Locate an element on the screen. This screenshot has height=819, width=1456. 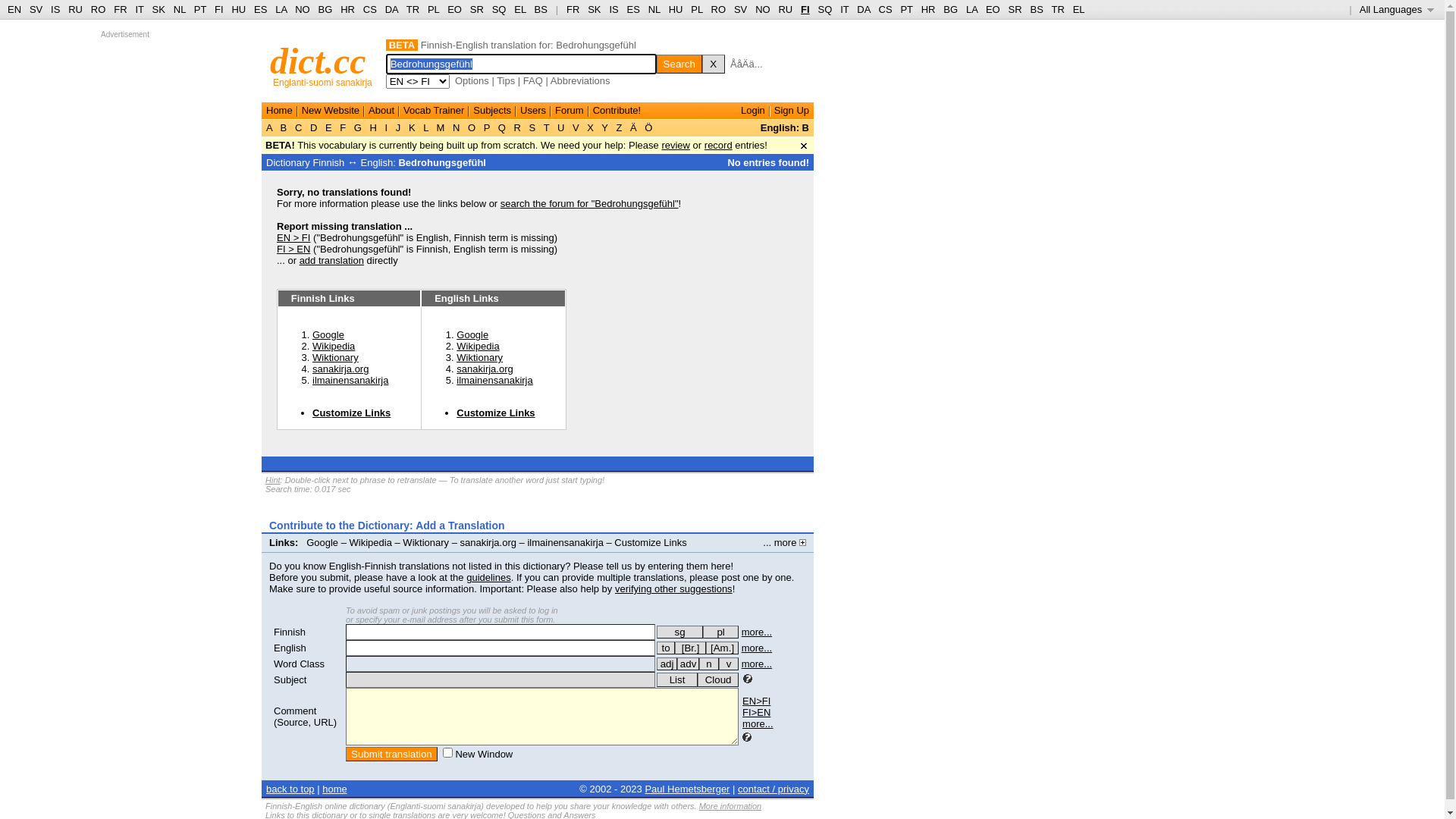
'to' is located at coordinates (656, 648).